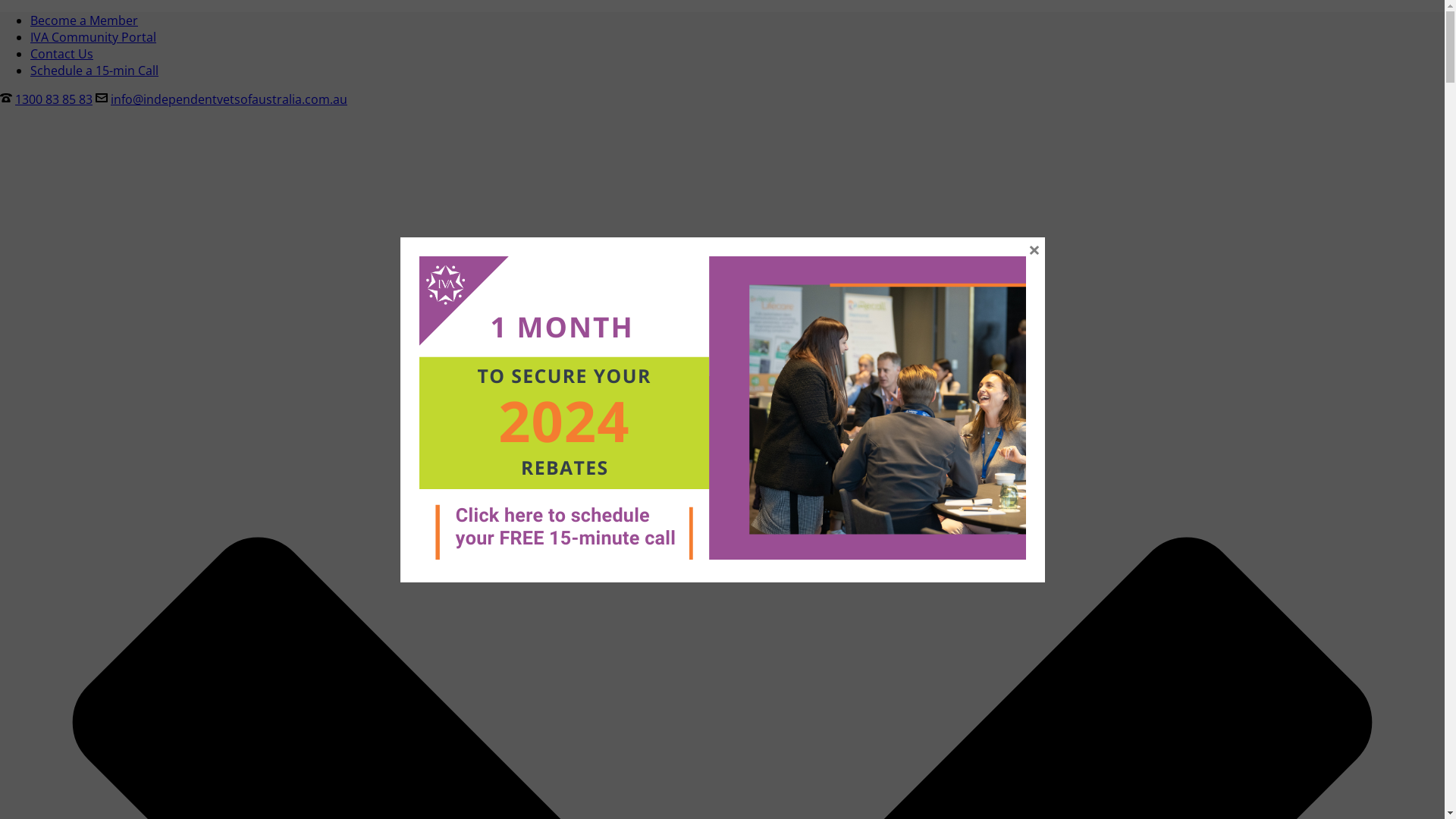 The image size is (1456, 819). What do you see at coordinates (83, 20) in the screenshot?
I see `'Become a Member'` at bounding box center [83, 20].